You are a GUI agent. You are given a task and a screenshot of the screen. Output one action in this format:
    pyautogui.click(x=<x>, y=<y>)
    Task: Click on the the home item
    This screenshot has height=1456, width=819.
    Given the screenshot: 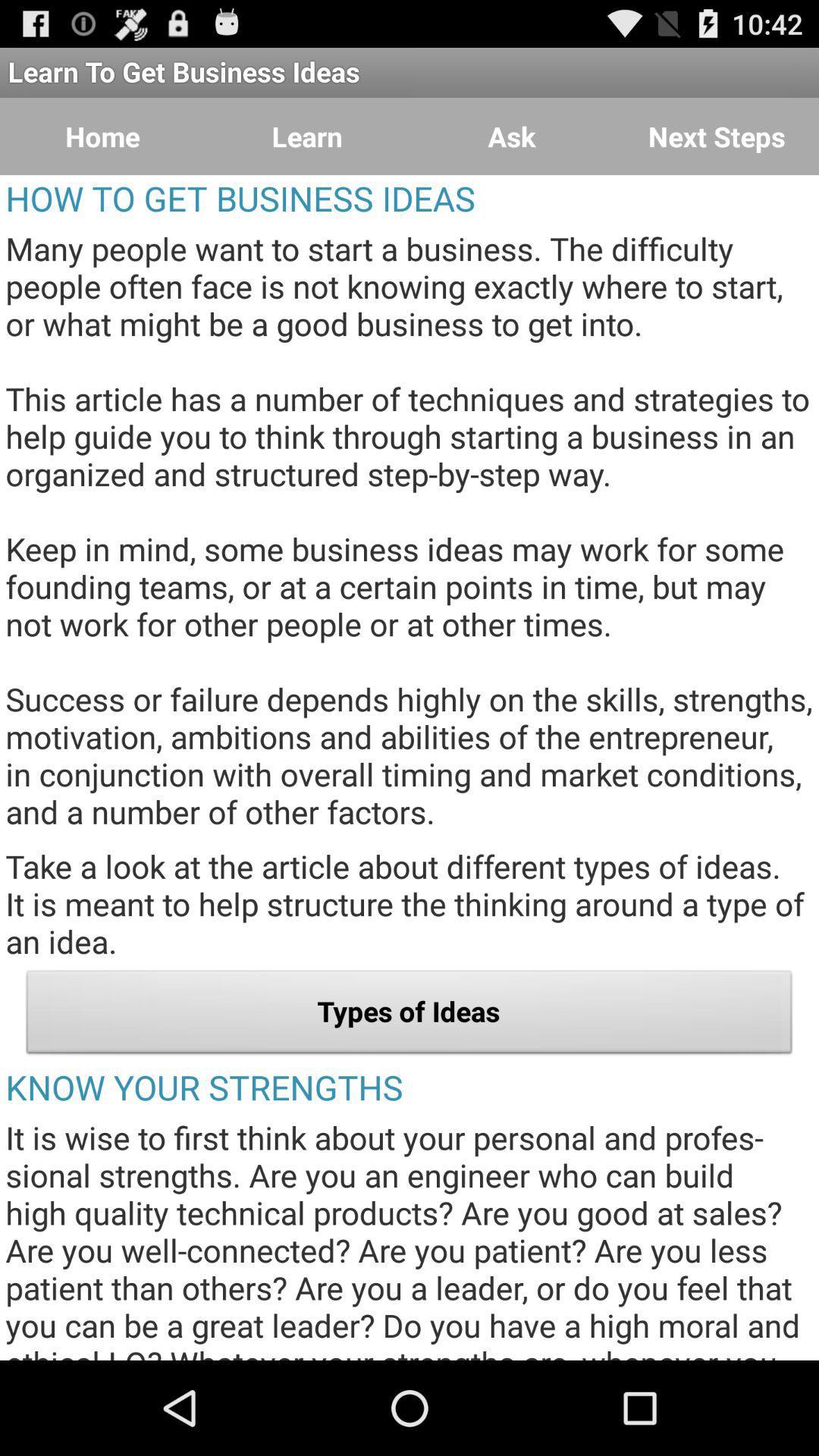 What is the action you would take?
    pyautogui.click(x=102, y=136)
    